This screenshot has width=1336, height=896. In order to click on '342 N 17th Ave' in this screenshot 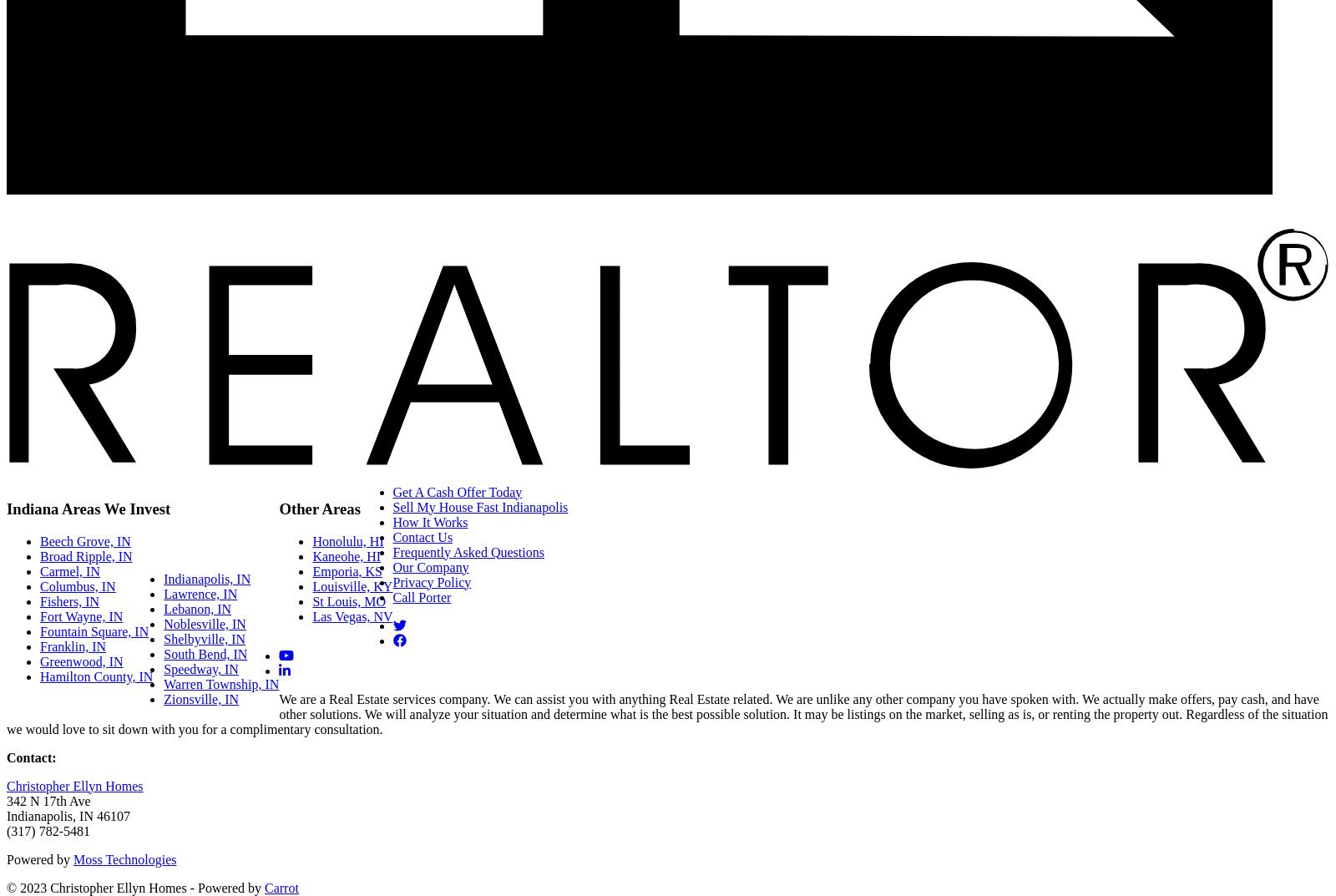, I will do `click(48, 799)`.